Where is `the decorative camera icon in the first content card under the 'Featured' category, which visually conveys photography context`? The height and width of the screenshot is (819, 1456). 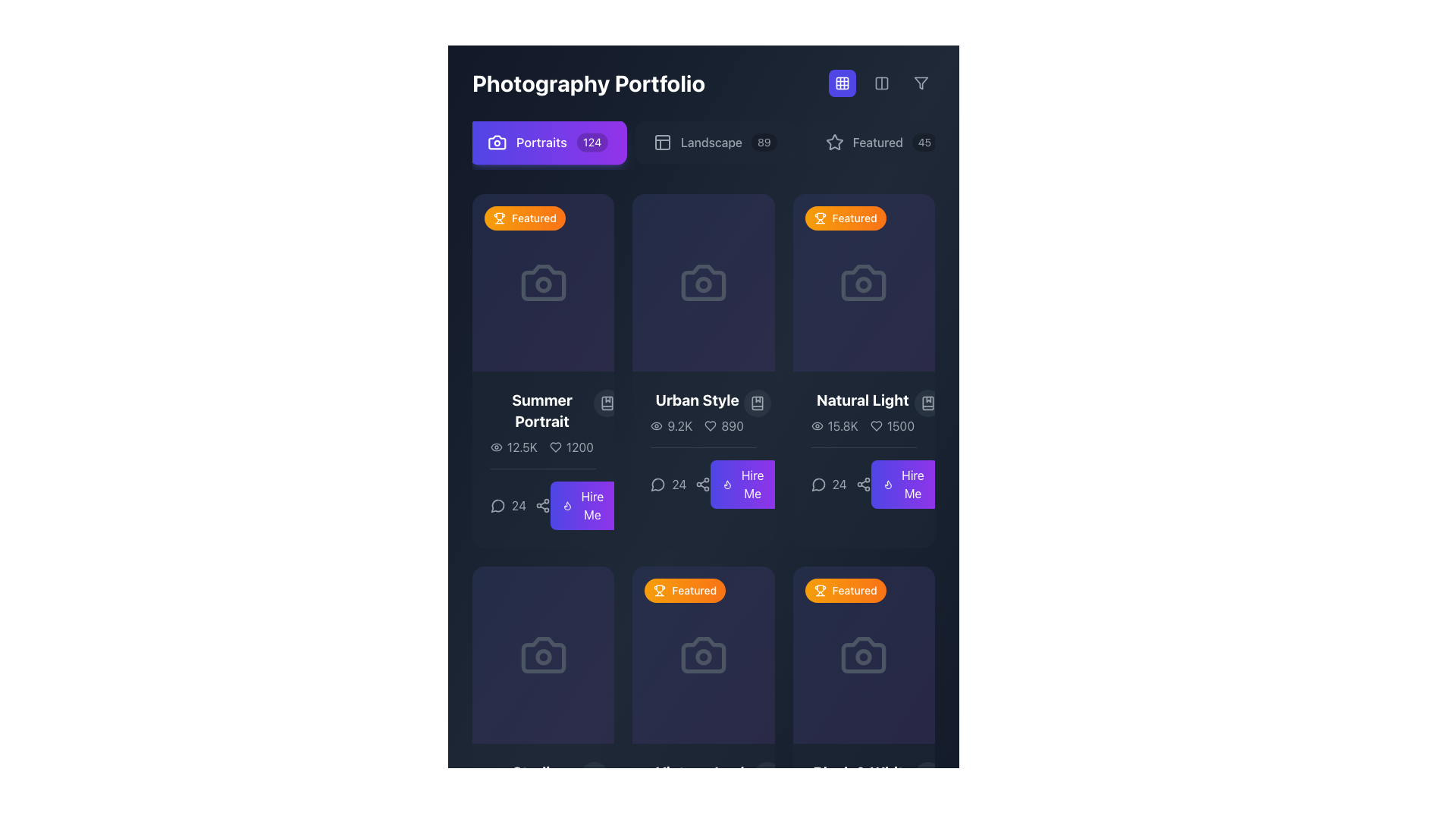 the decorative camera icon in the first content card under the 'Featured' category, which visually conveys photography context is located at coordinates (543, 283).